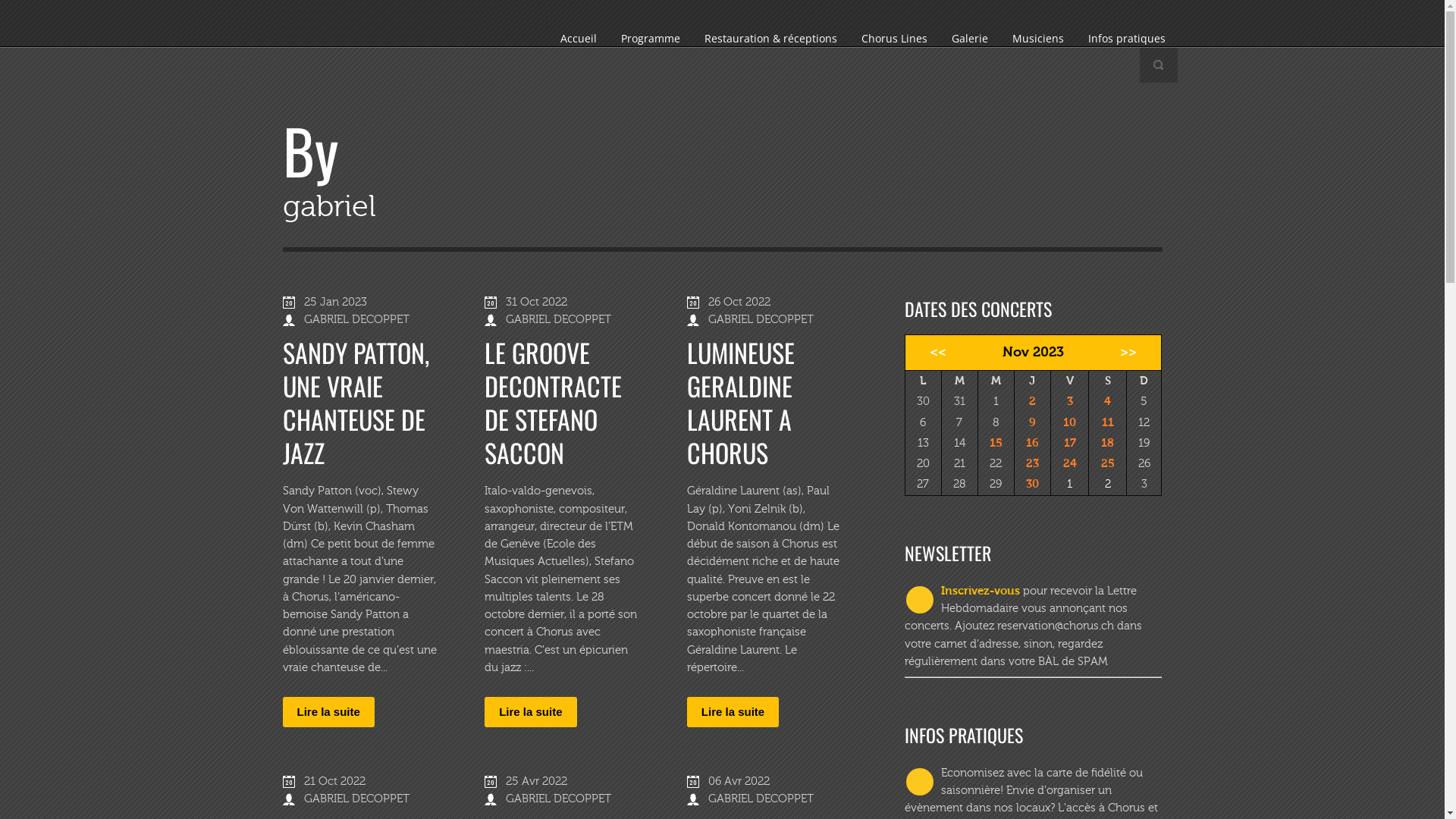  What do you see at coordinates (979, 590) in the screenshot?
I see `'Inscrivez-vous'` at bounding box center [979, 590].